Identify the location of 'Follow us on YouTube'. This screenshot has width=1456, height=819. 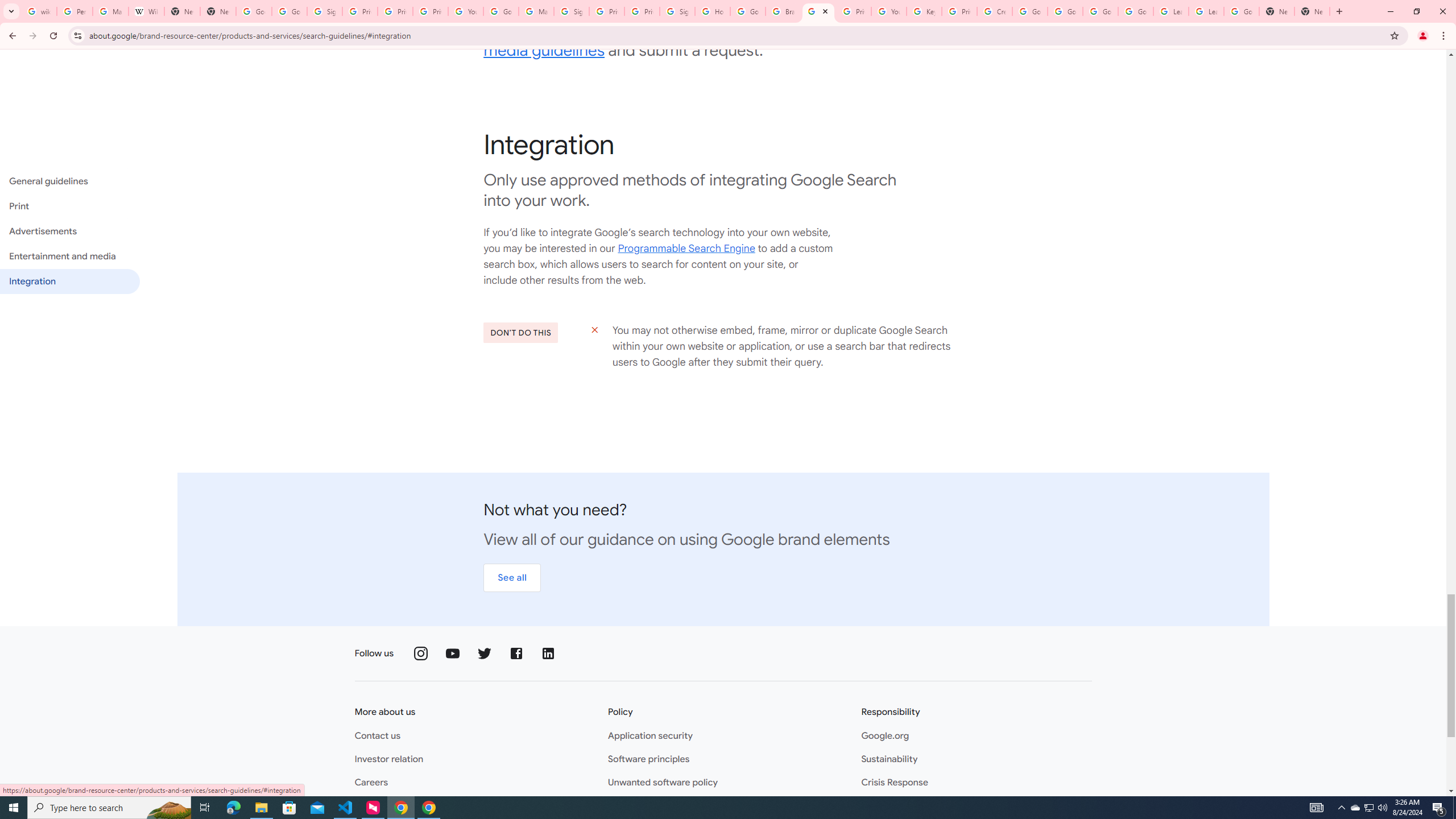
(452, 653).